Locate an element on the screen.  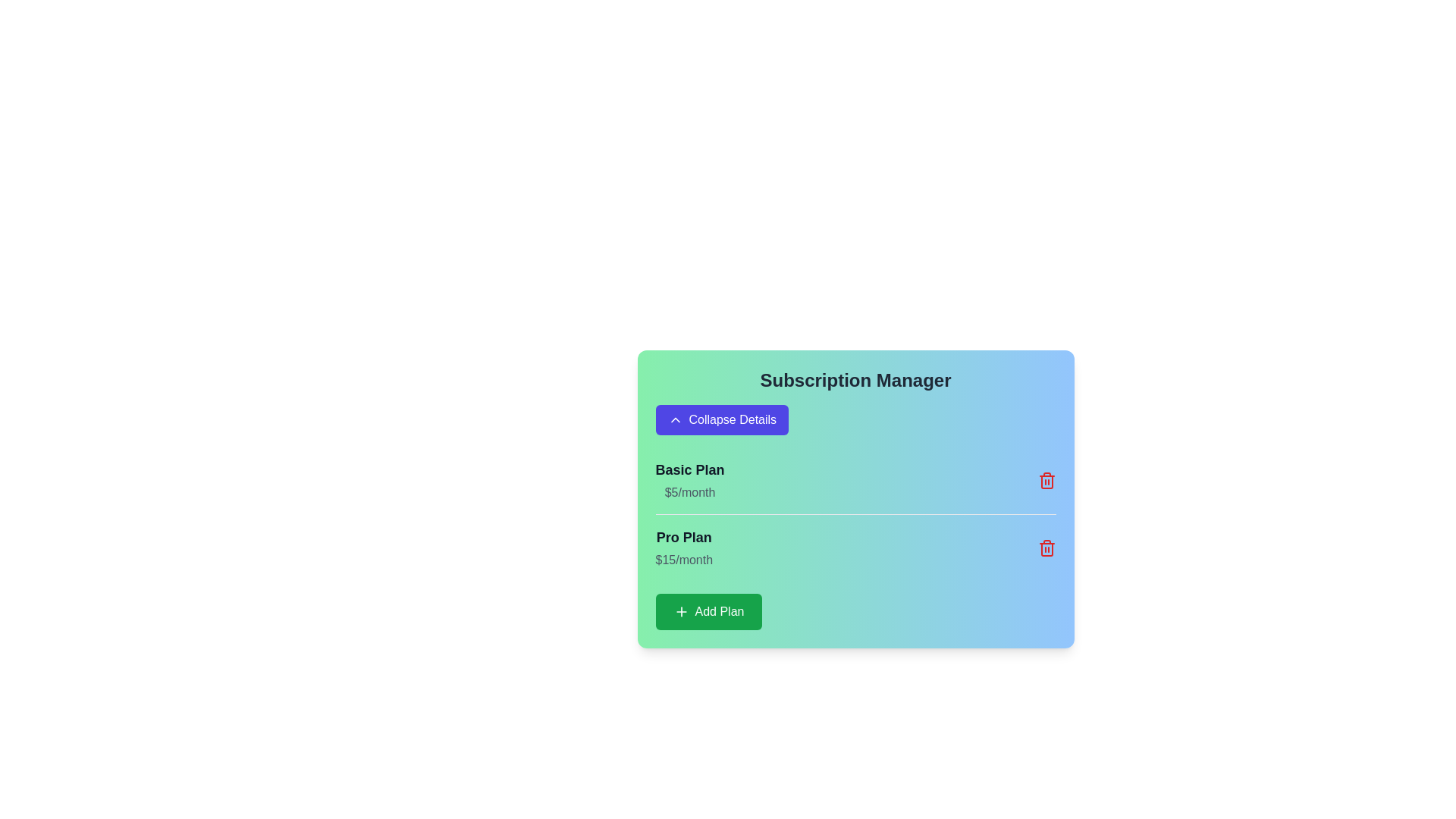
the 'Add Plan' button, which is a green button located below the subscription plans in the 'Subscription Manager' section, positioned to the right of a '+' icon is located at coordinates (719, 610).